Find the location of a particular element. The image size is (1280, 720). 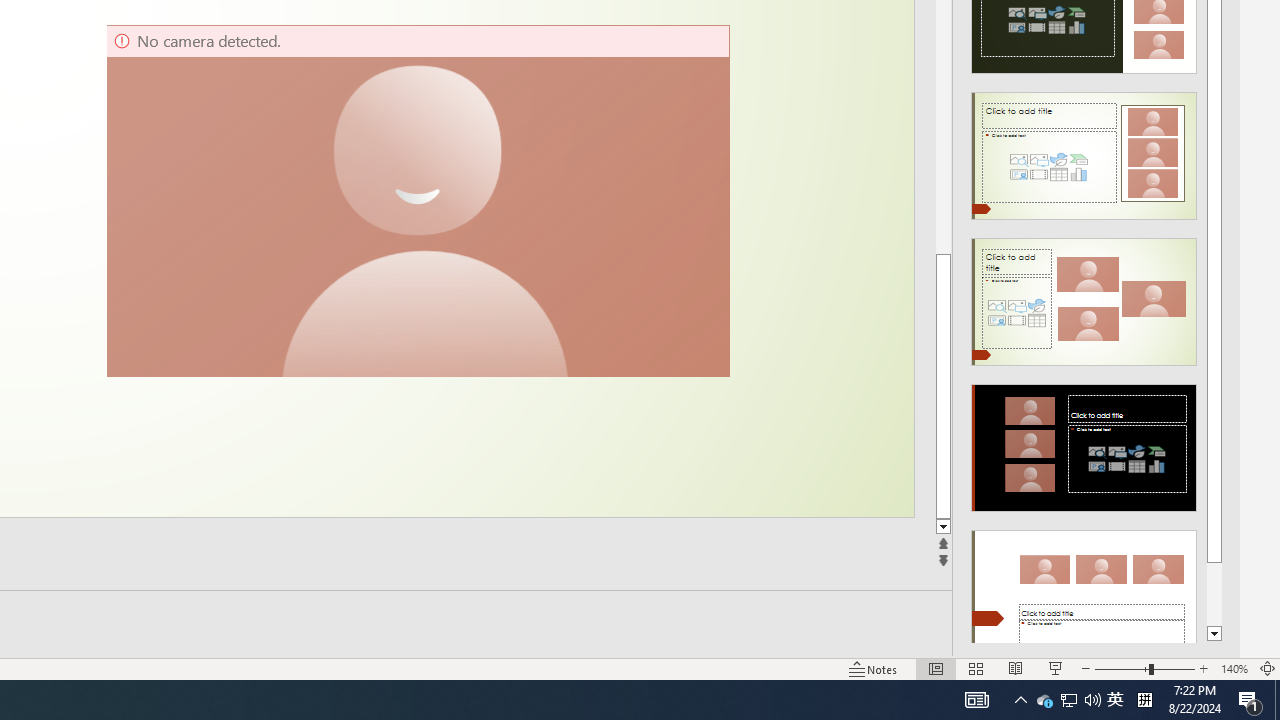

'Line down' is located at coordinates (942, 526).